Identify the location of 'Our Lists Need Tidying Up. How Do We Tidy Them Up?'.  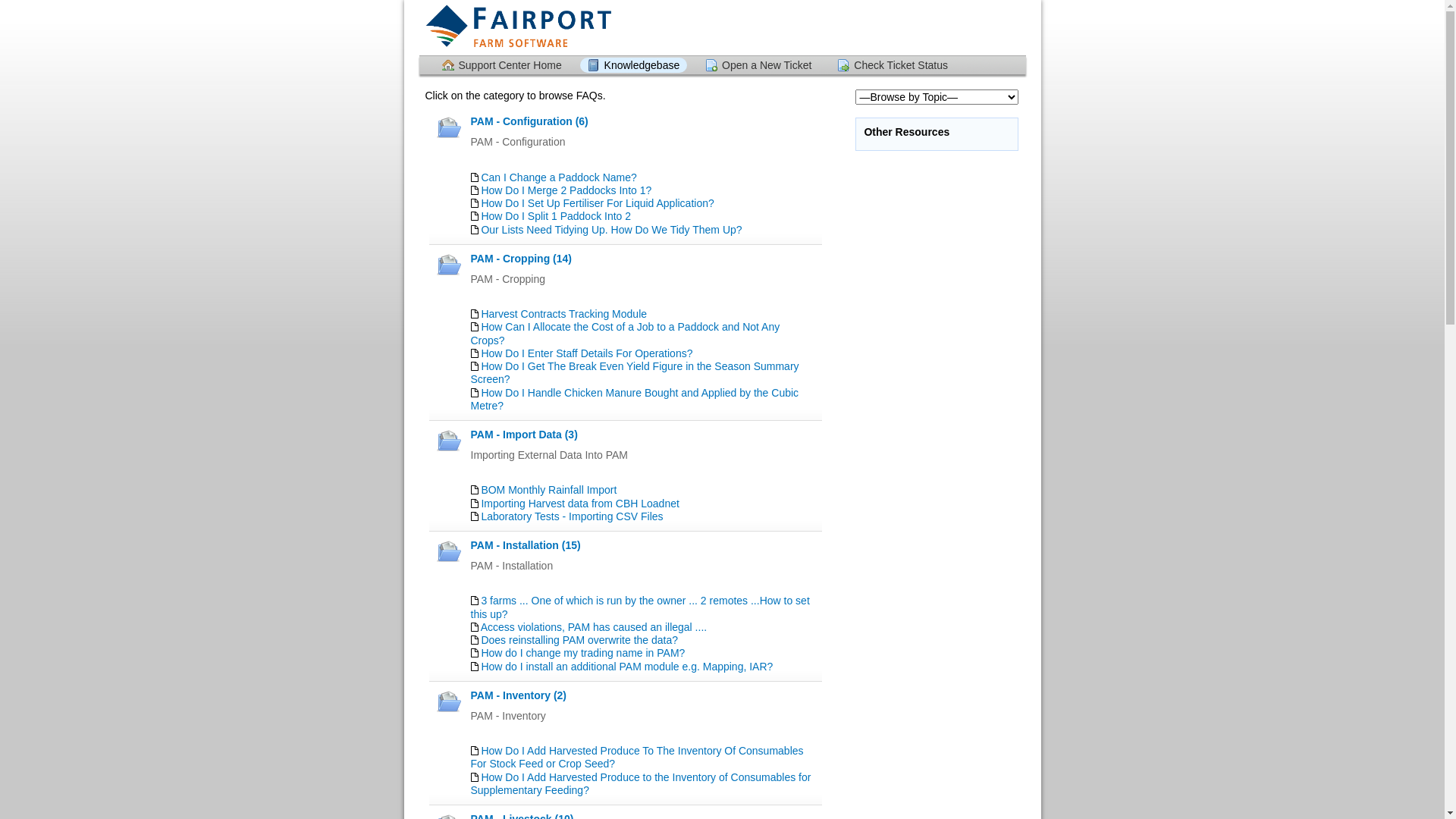
(611, 230).